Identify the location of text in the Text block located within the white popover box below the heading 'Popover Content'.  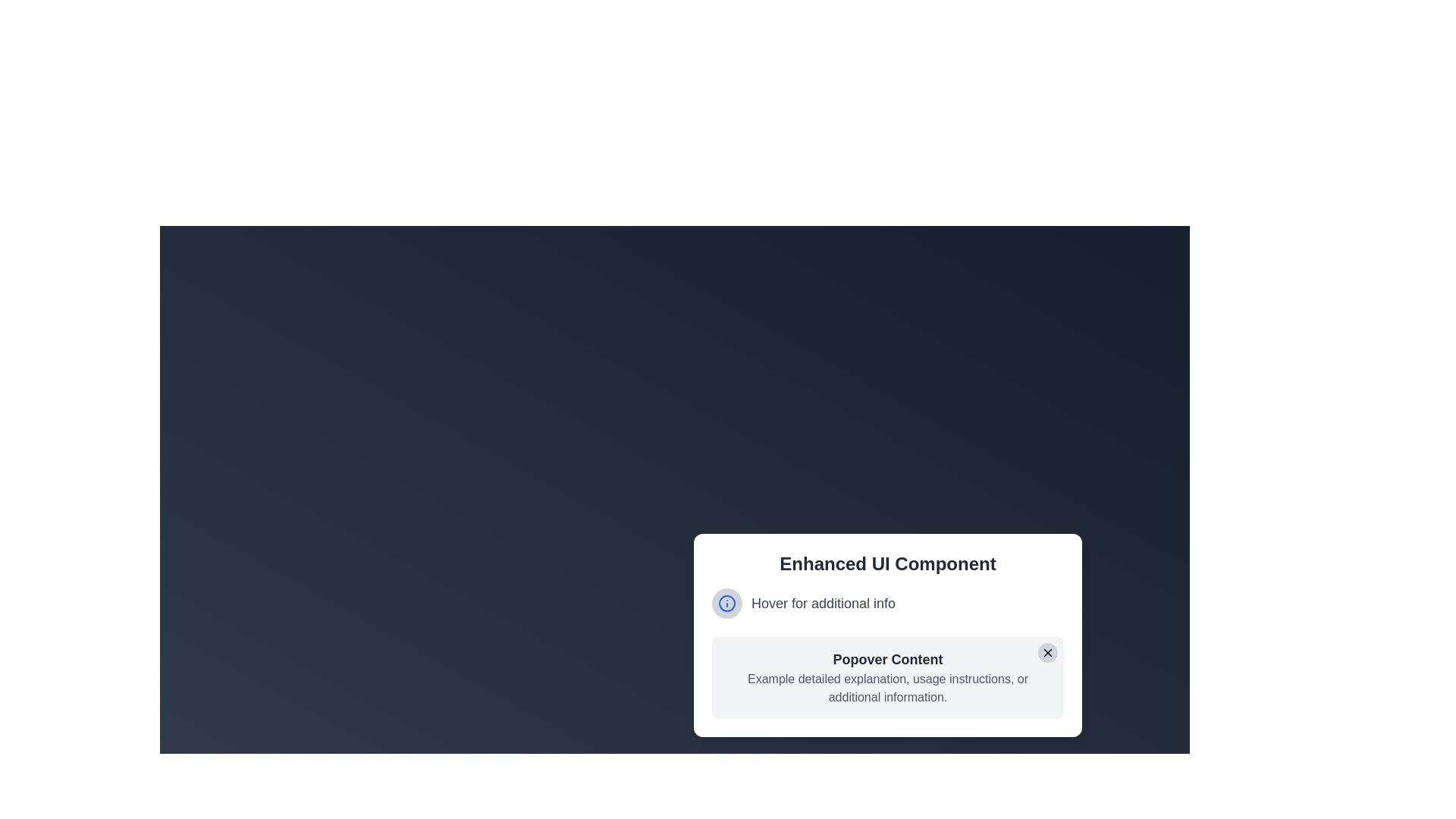
(888, 688).